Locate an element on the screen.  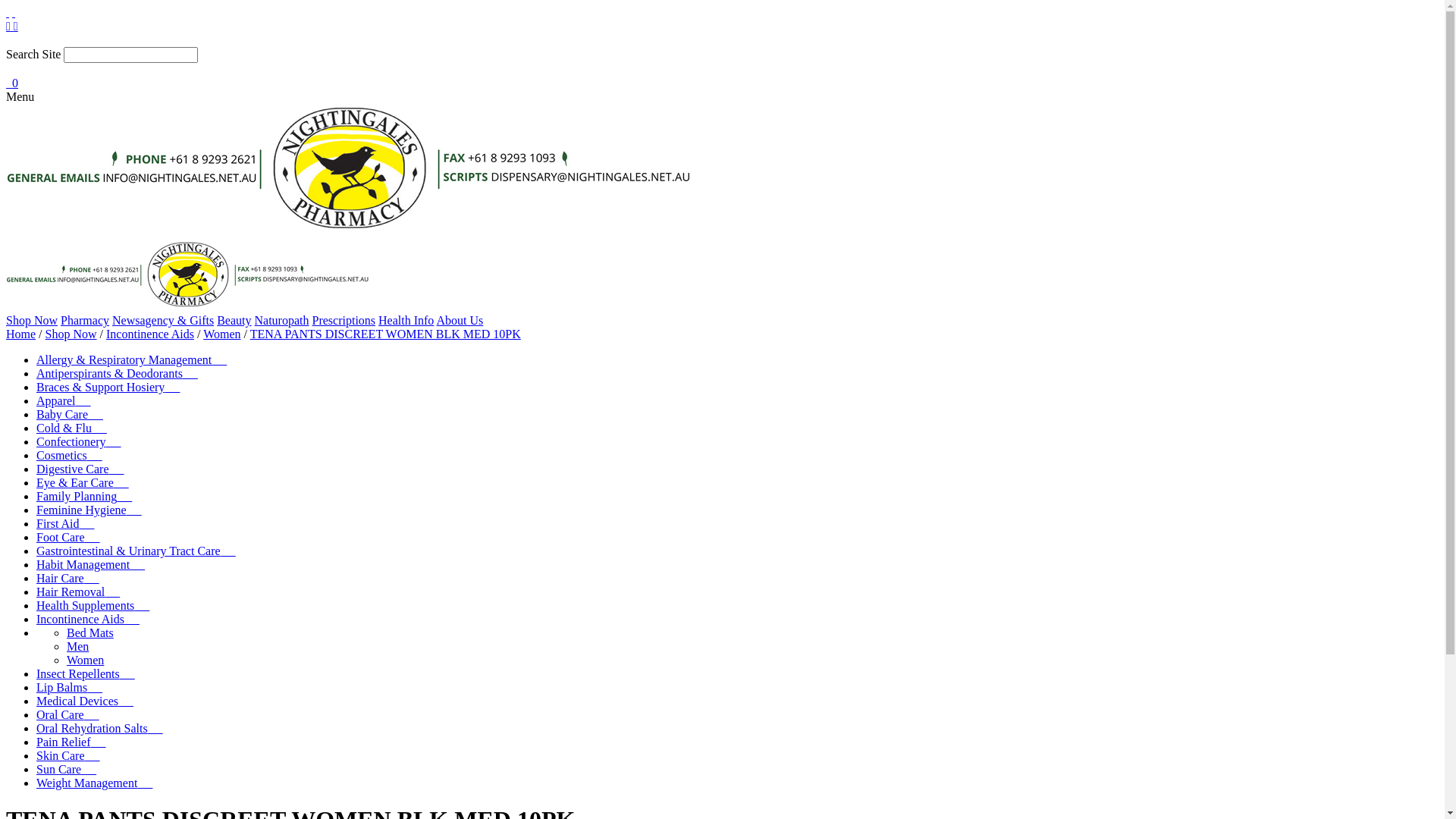
'Cold & Flu     ' is located at coordinates (71, 428).